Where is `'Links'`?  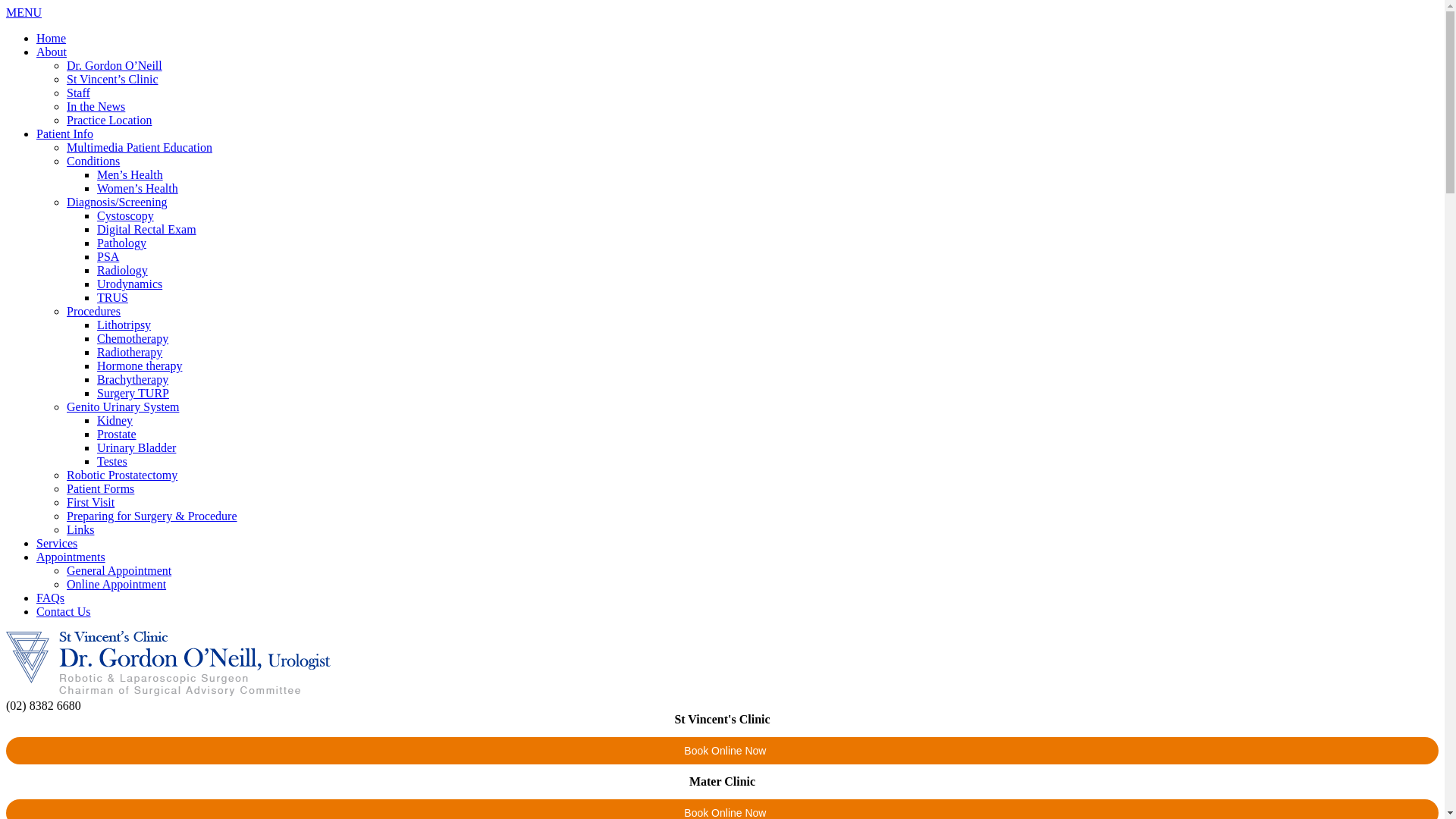
'Links' is located at coordinates (79, 529).